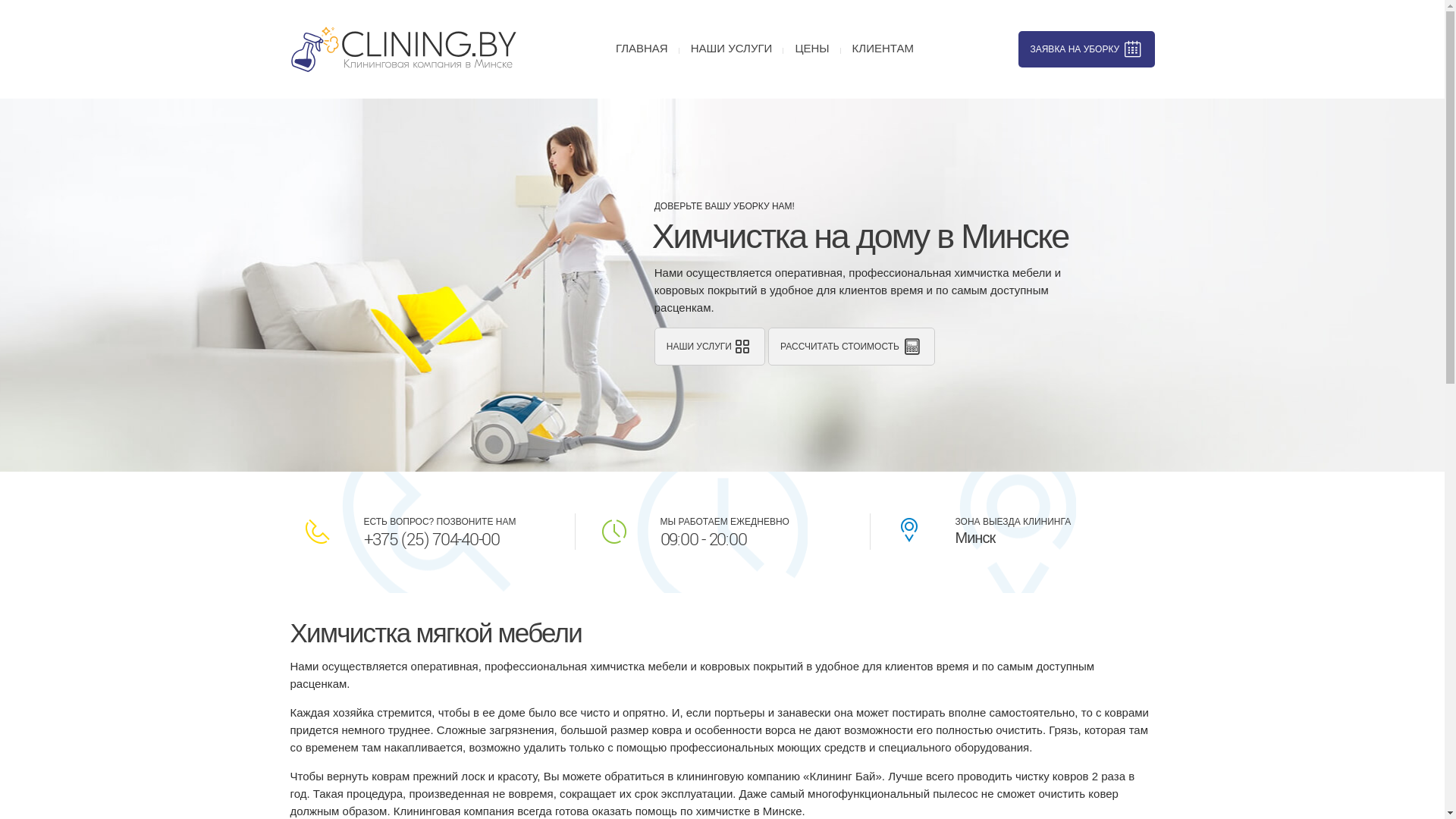  I want to click on '+375 (25) 704-40-00', so click(431, 539).